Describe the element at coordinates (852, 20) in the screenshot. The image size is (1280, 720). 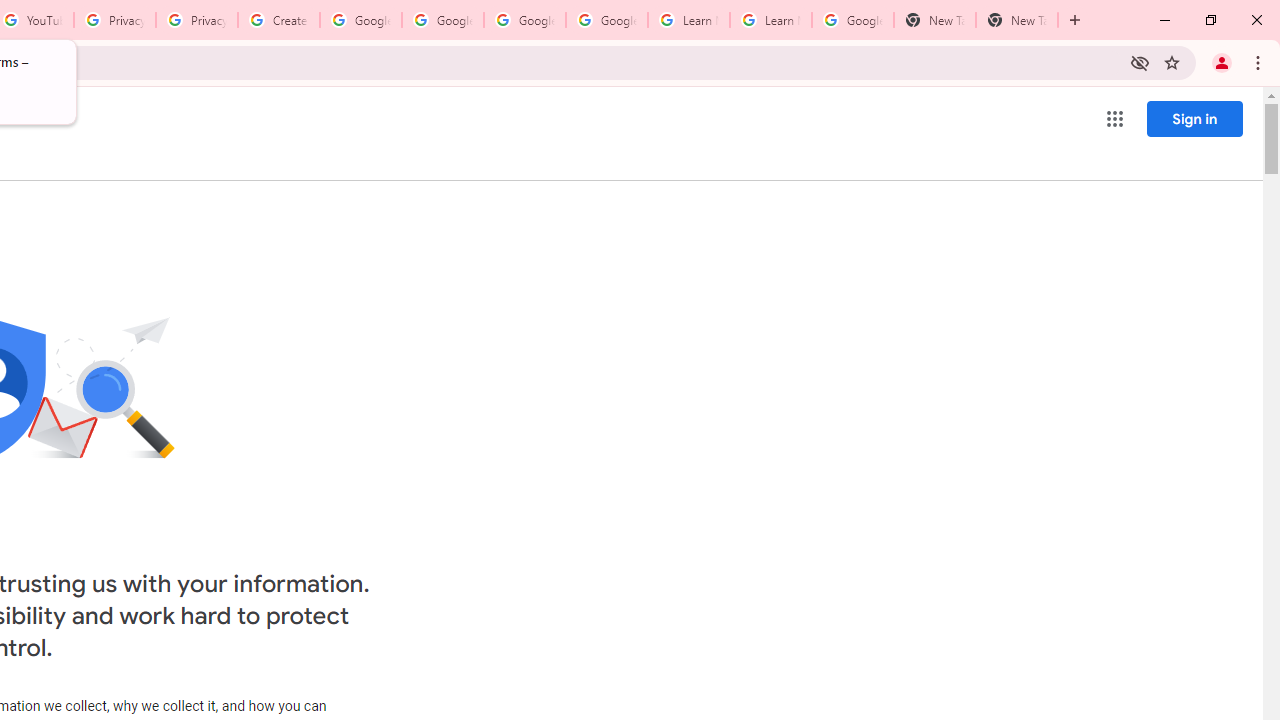
I see `'Google Account'` at that location.